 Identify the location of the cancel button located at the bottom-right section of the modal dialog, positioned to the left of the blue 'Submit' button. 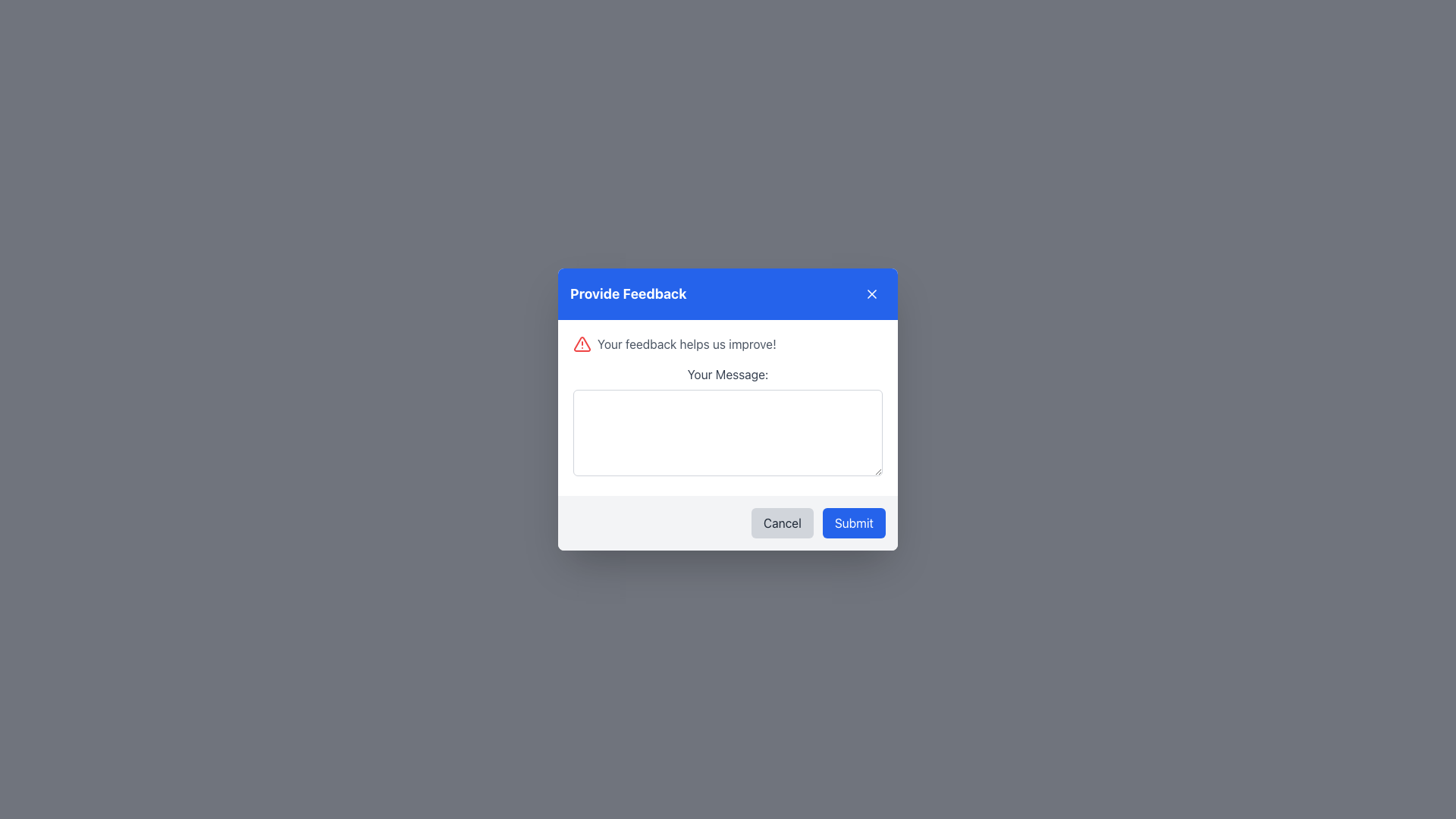
(782, 522).